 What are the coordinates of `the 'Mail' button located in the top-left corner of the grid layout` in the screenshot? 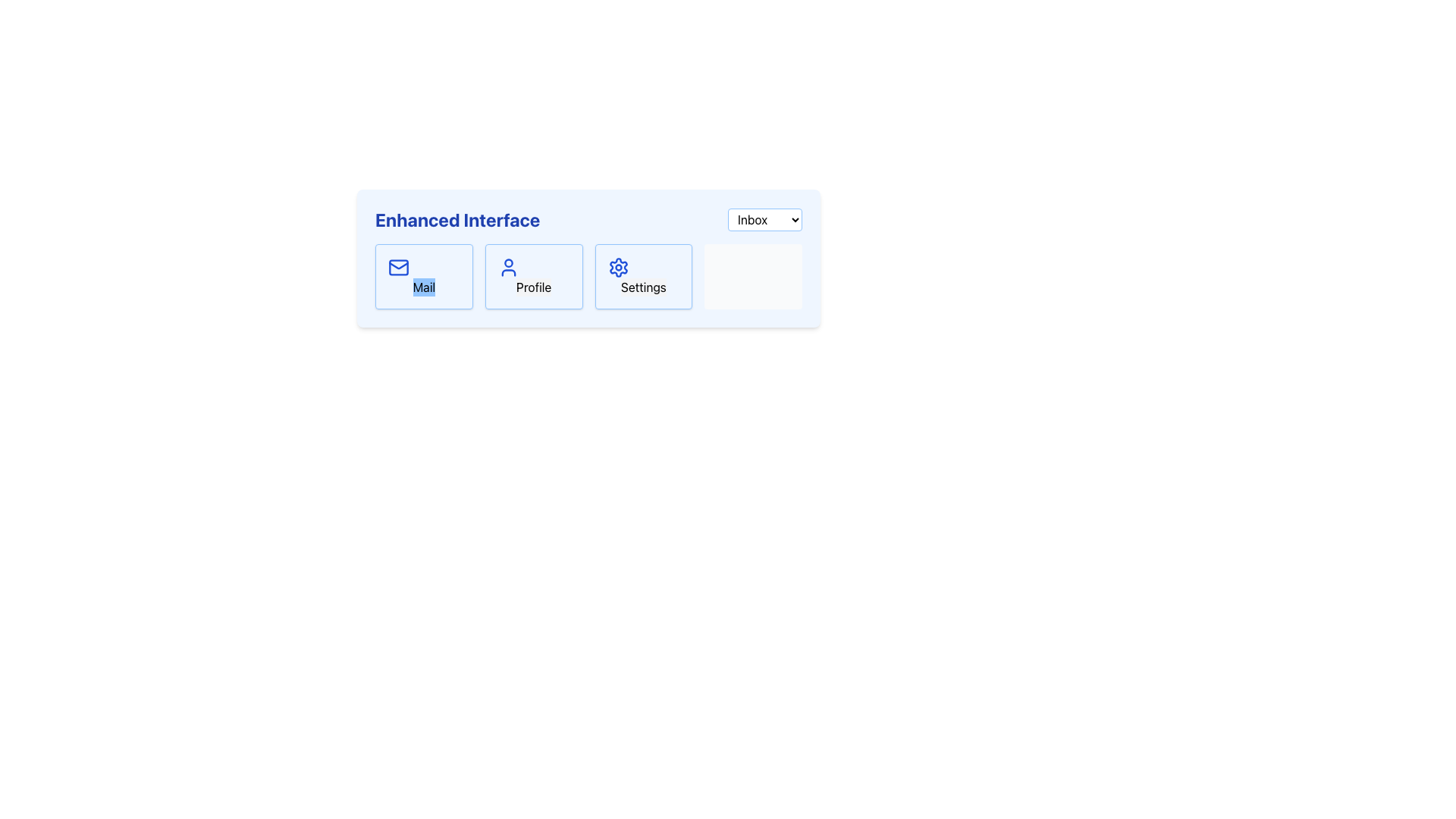 It's located at (424, 277).